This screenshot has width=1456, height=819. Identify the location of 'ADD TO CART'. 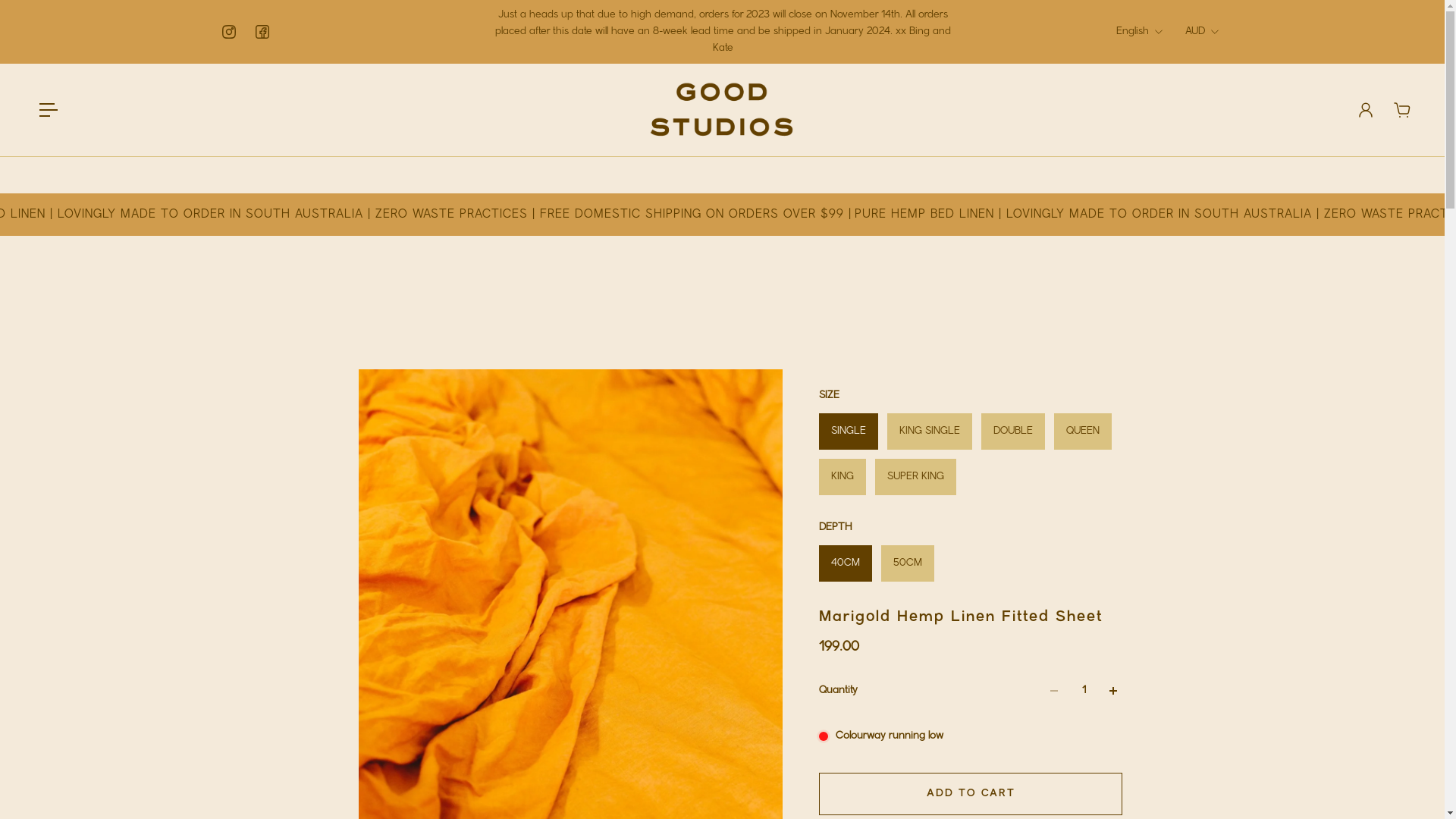
(971, 792).